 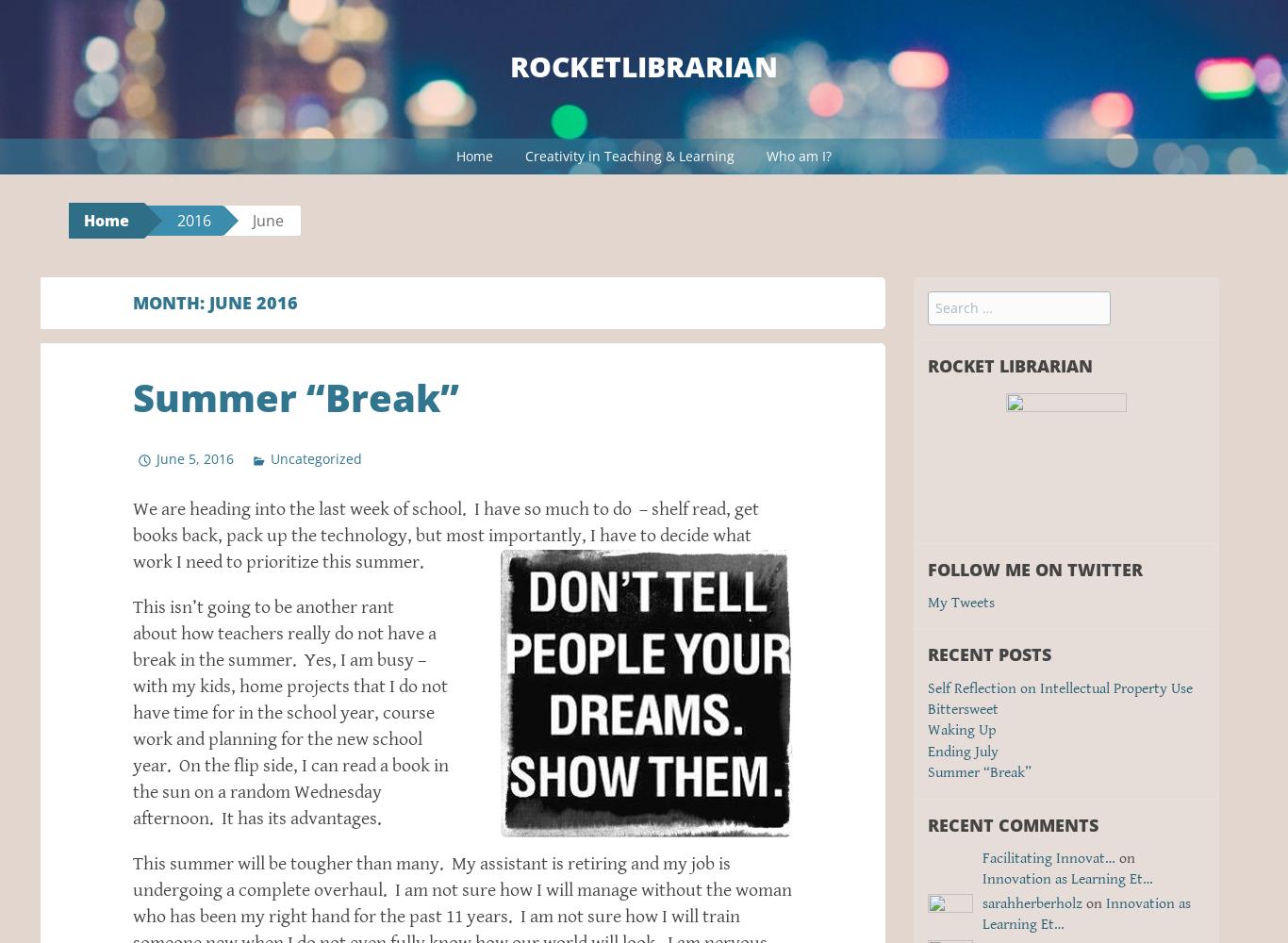 What do you see at coordinates (193, 457) in the screenshot?
I see `'June 5, 2016'` at bounding box center [193, 457].